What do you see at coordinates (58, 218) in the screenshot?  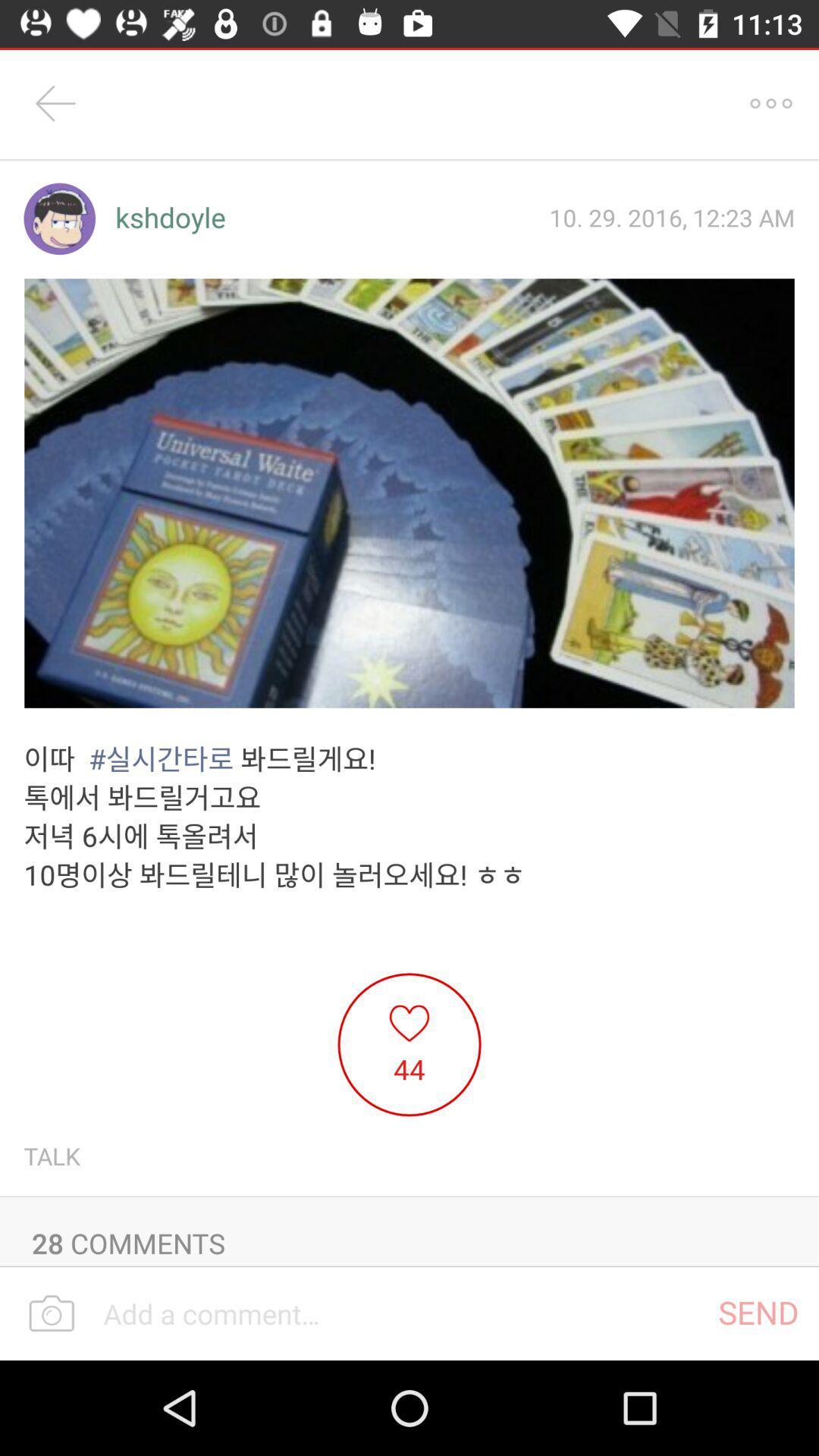 I see `item to the left of the kshdoyle icon` at bounding box center [58, 218].